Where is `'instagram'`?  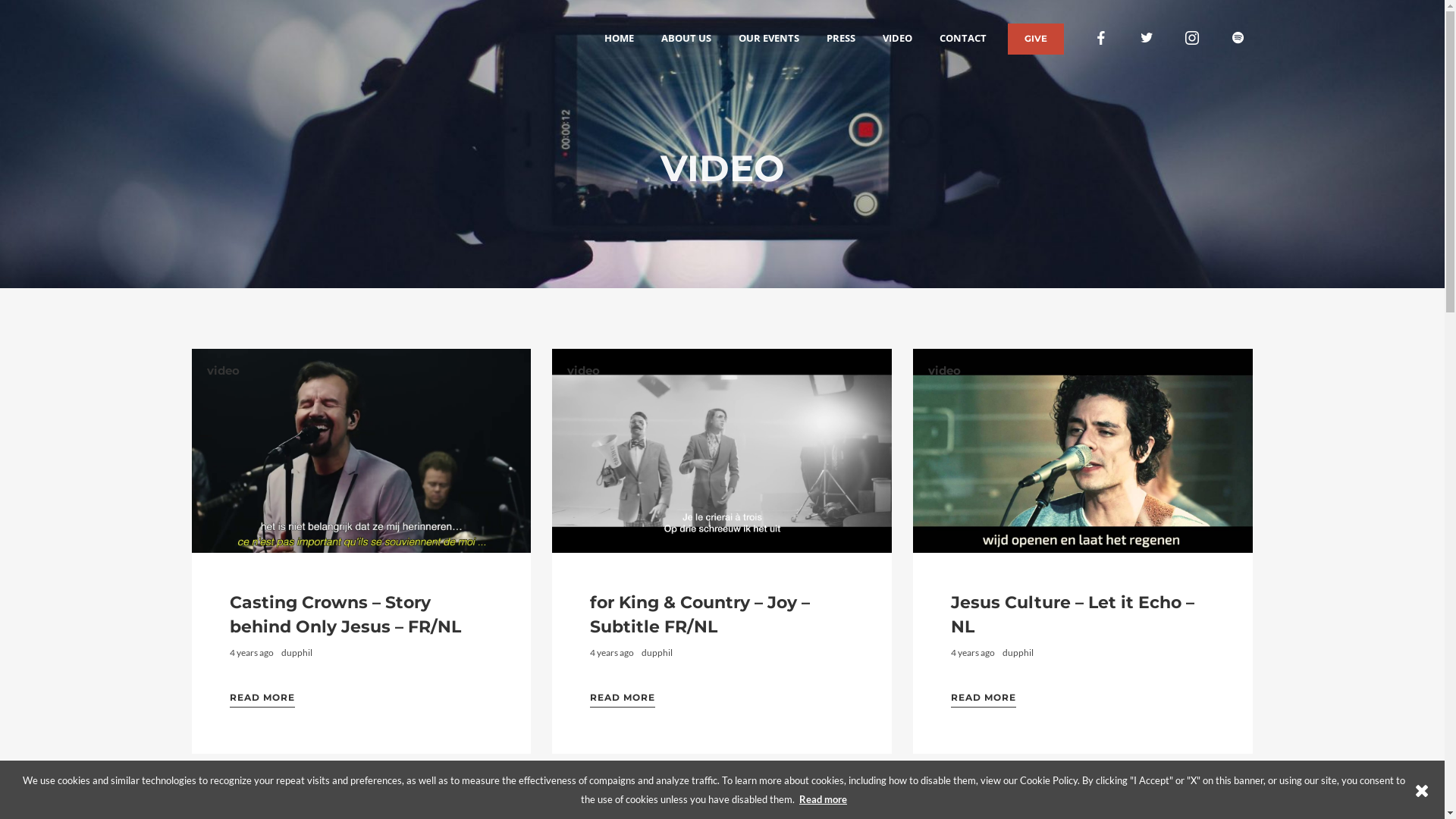 'instagram' is located at coordinates (1178, 37).